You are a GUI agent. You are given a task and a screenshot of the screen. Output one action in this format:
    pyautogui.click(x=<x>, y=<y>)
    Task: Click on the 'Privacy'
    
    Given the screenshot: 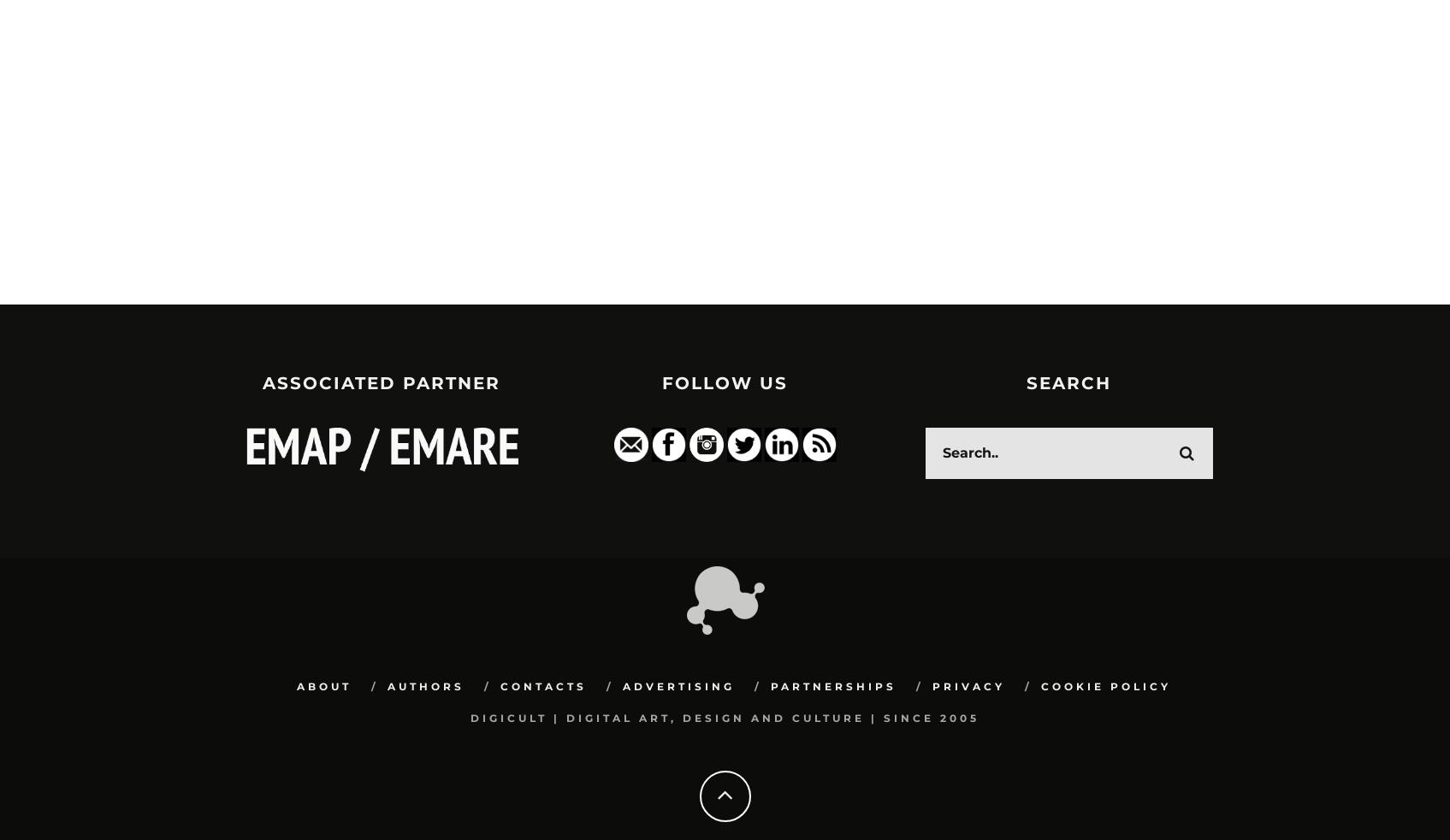 What is the action you would take?
    pyautogui.click(x=967, y=687)
    